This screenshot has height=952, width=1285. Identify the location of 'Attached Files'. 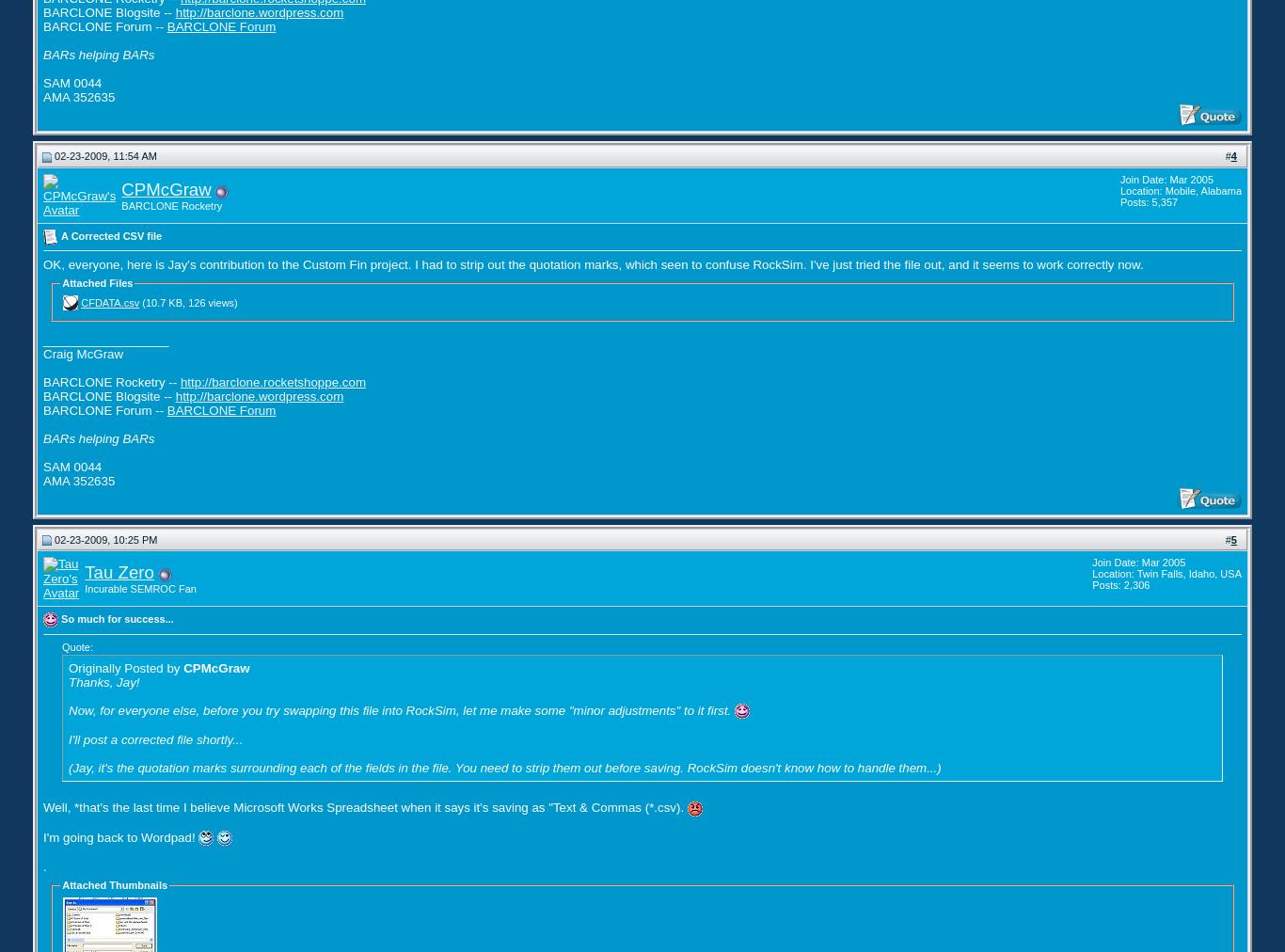
(97, 281).